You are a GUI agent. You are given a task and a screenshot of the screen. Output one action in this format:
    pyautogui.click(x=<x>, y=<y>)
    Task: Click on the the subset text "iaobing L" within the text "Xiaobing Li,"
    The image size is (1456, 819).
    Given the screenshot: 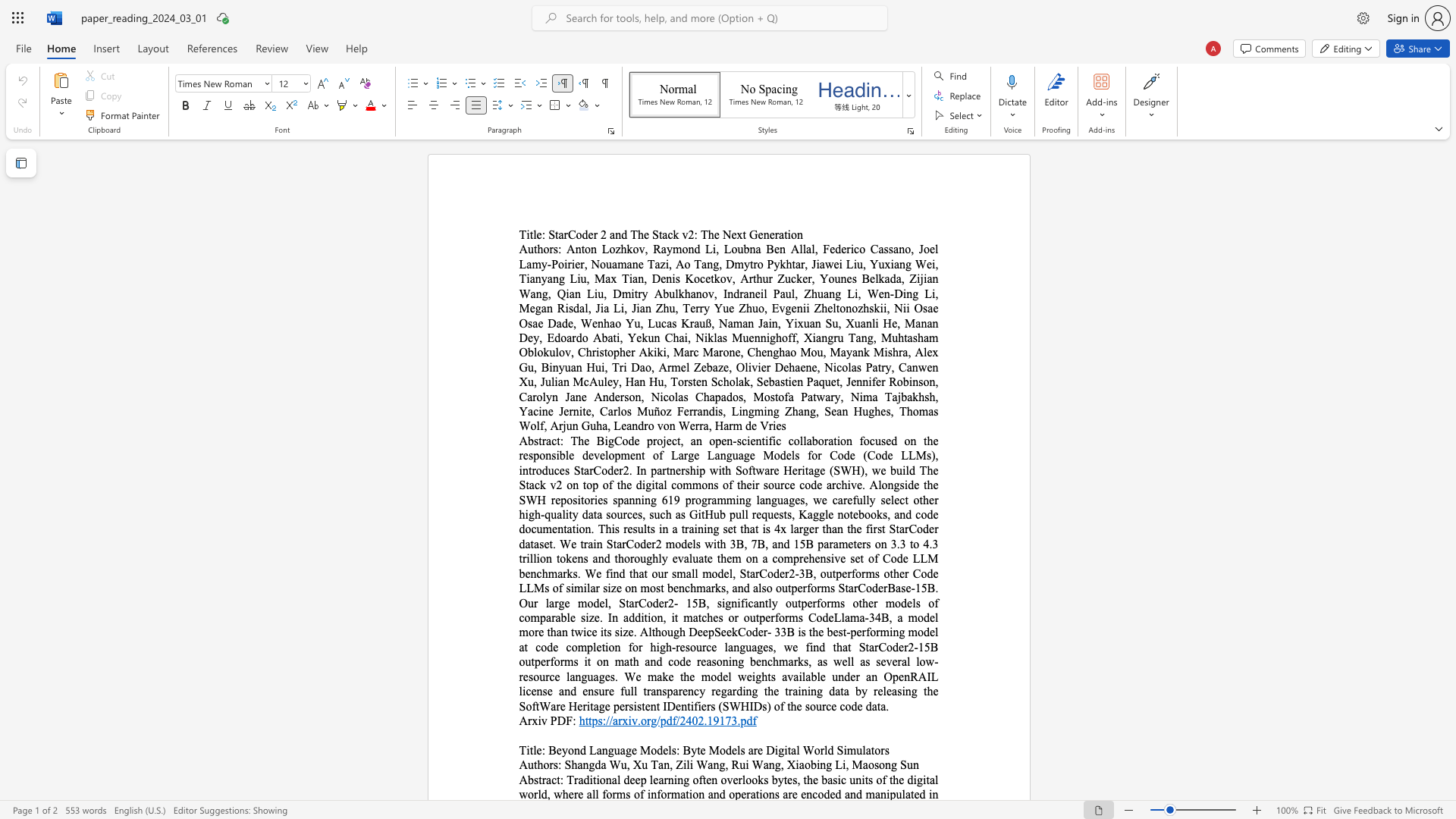 What is the action you would take?
    pyautogui.click(x=795, y=764)
    